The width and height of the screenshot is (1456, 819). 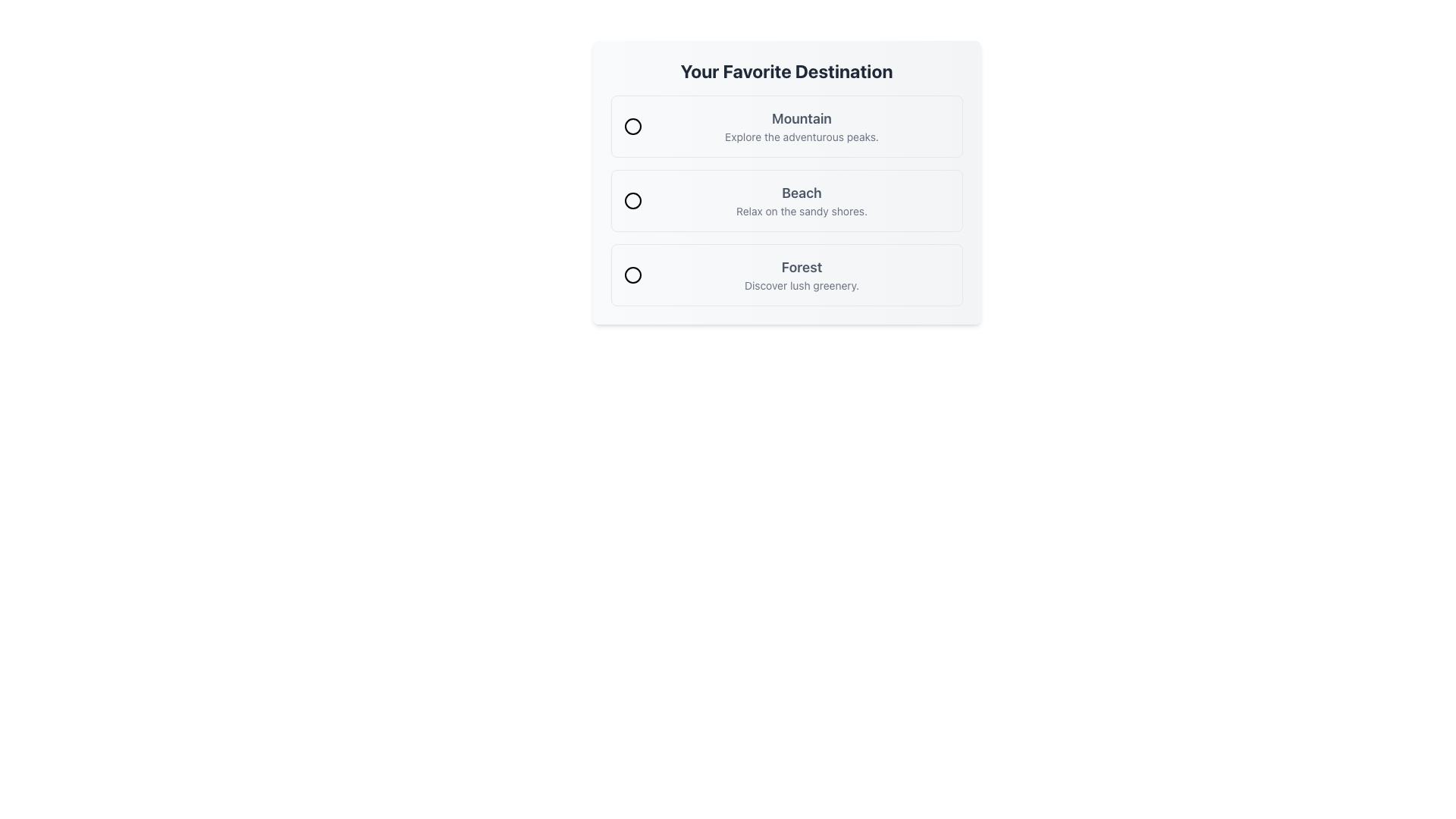 I want to click on the first selectable list item labeled 'Mountain', so click(x=786, y=125).